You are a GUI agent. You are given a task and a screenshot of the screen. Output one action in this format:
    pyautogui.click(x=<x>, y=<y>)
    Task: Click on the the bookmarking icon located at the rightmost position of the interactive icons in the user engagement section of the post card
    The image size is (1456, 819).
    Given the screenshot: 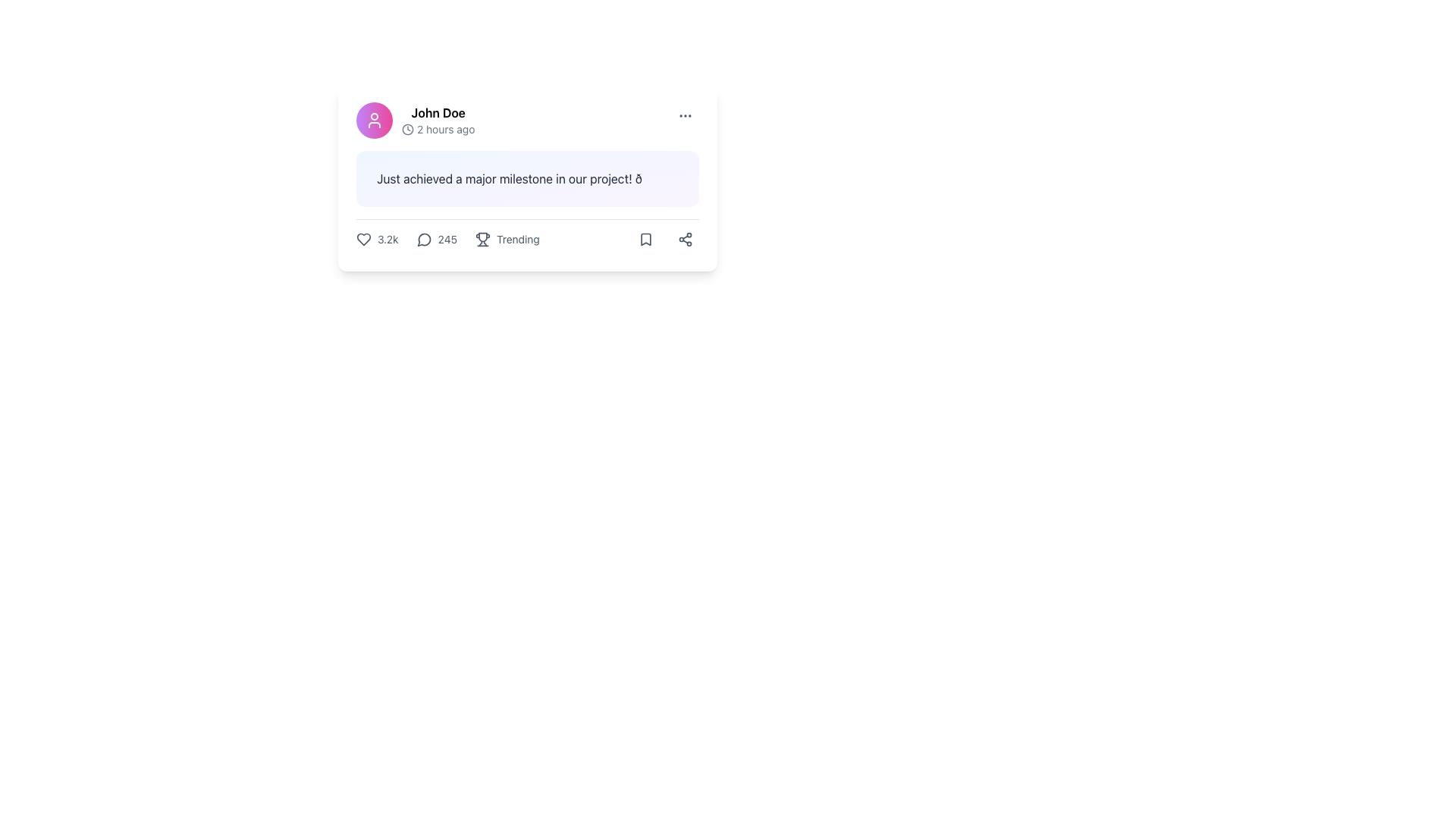 What is the action you would take?
    pyautogui.click(x=645, y=239)
    